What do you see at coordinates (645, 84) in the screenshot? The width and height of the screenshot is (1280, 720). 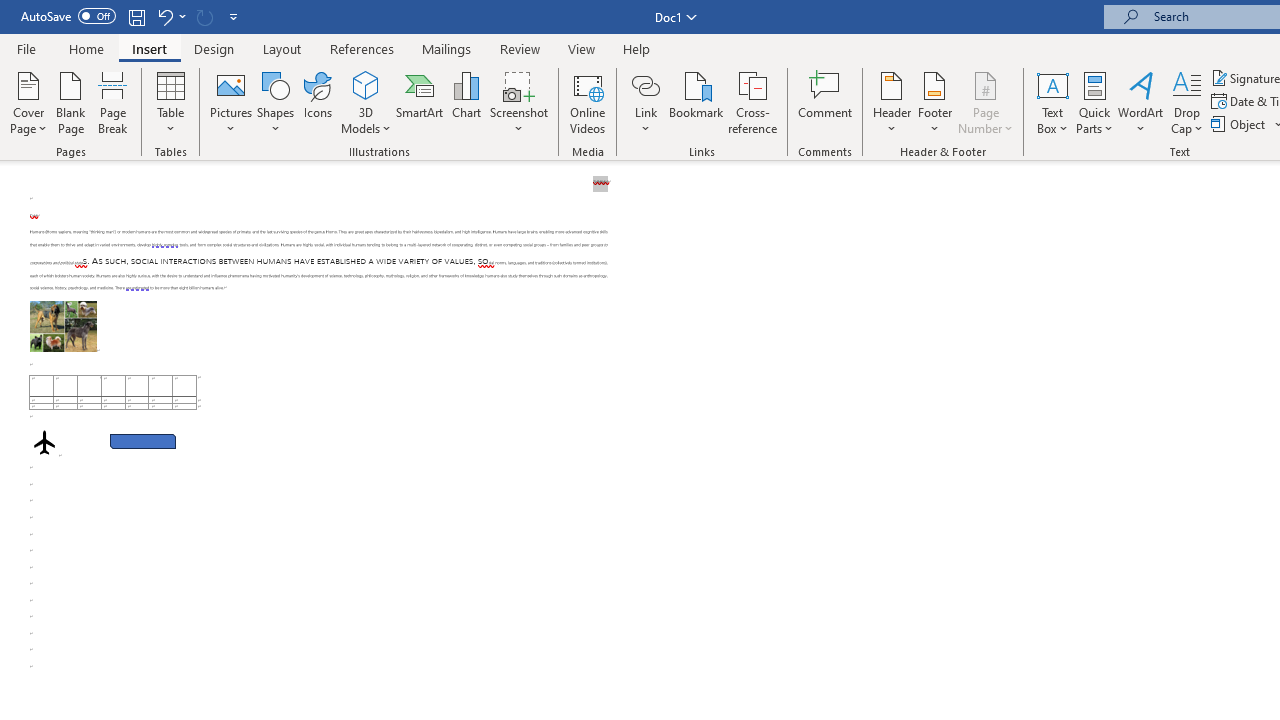 I see `'Link'` at bounding box center [645, 84].